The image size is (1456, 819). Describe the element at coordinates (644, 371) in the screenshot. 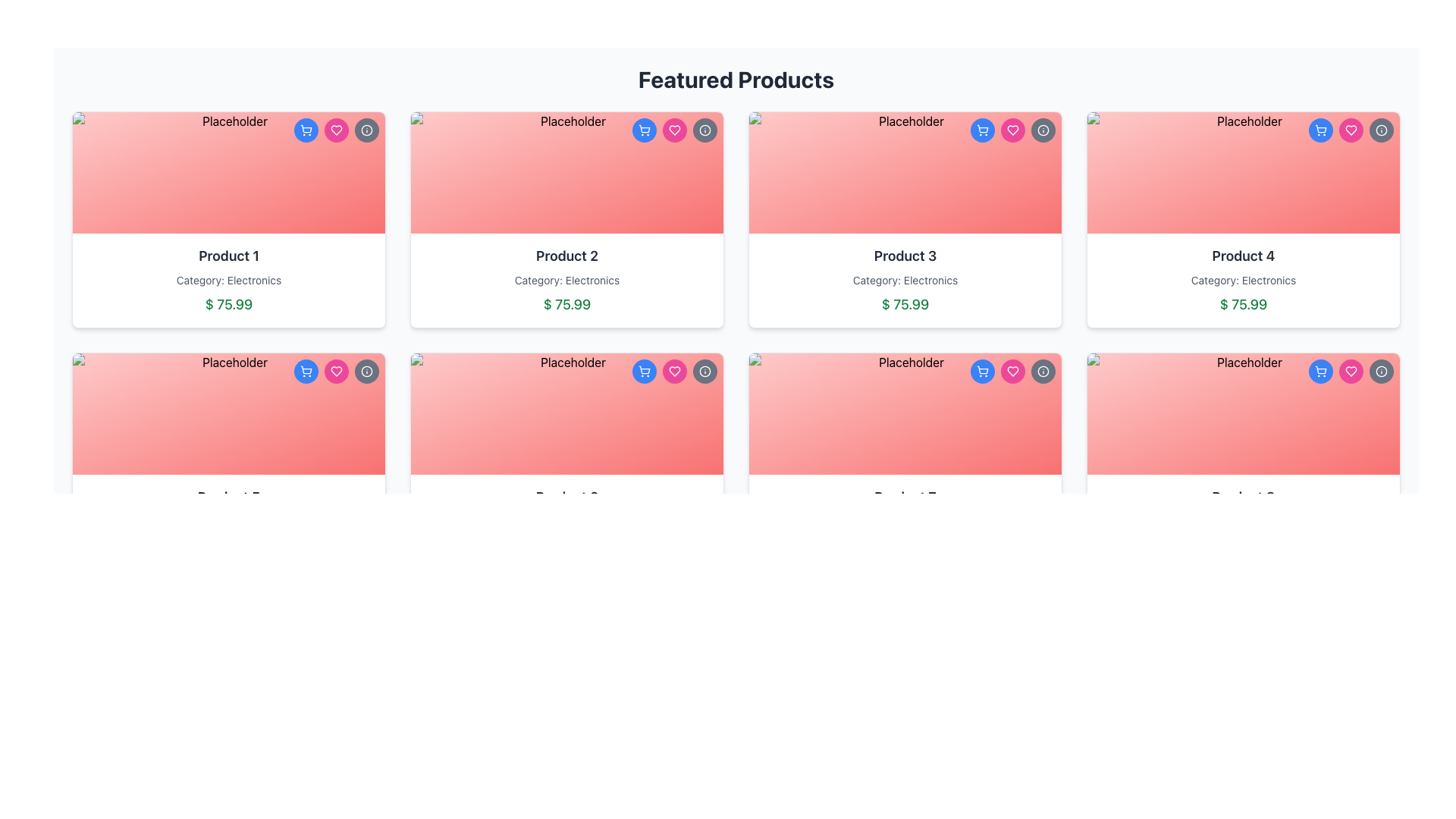

I see `the shopping cart button located in the top-right corner of the product card labeled 'Product 2'` at that location.